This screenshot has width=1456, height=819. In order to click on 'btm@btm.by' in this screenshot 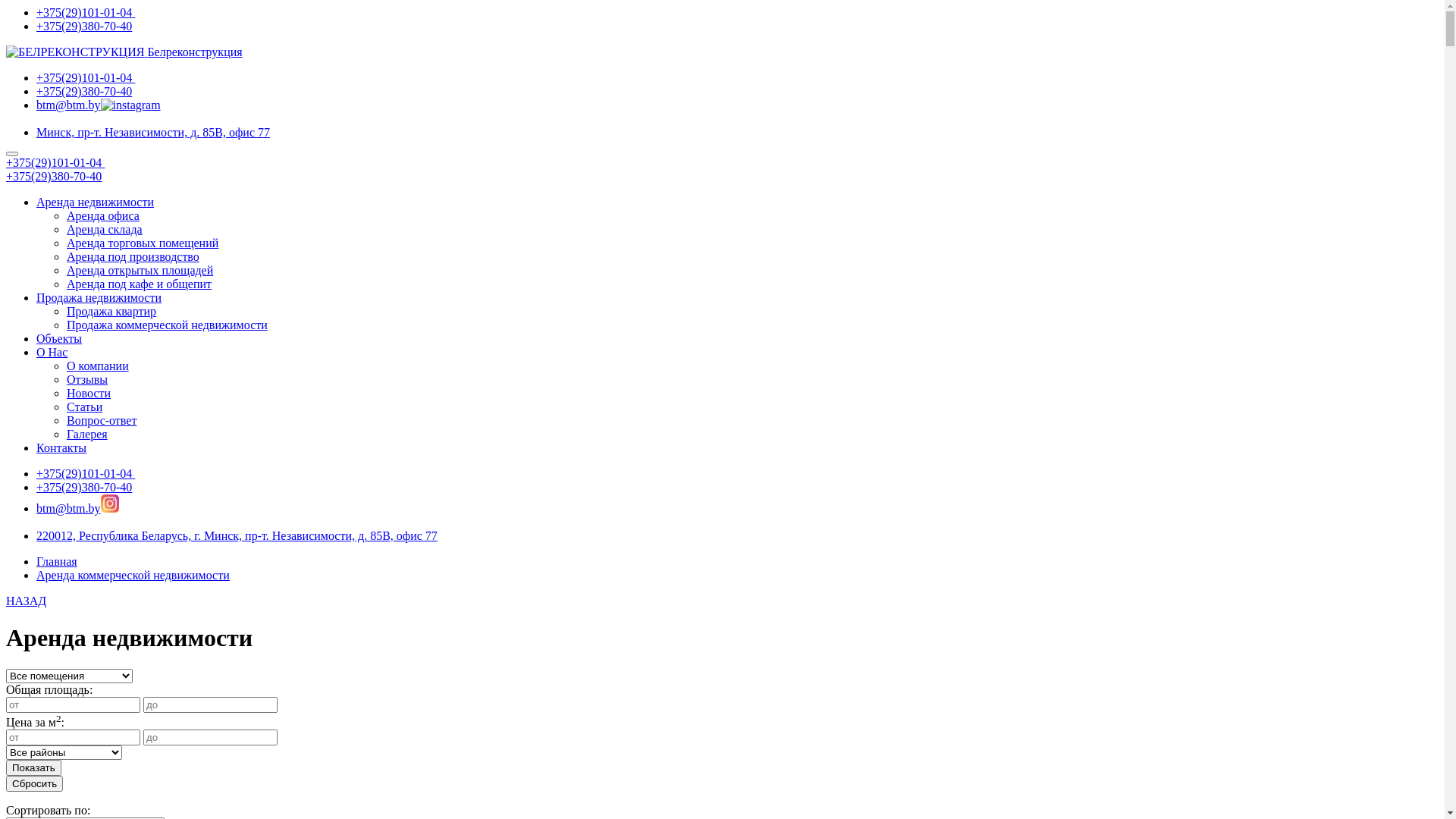, I will do `click(67, 508)`.